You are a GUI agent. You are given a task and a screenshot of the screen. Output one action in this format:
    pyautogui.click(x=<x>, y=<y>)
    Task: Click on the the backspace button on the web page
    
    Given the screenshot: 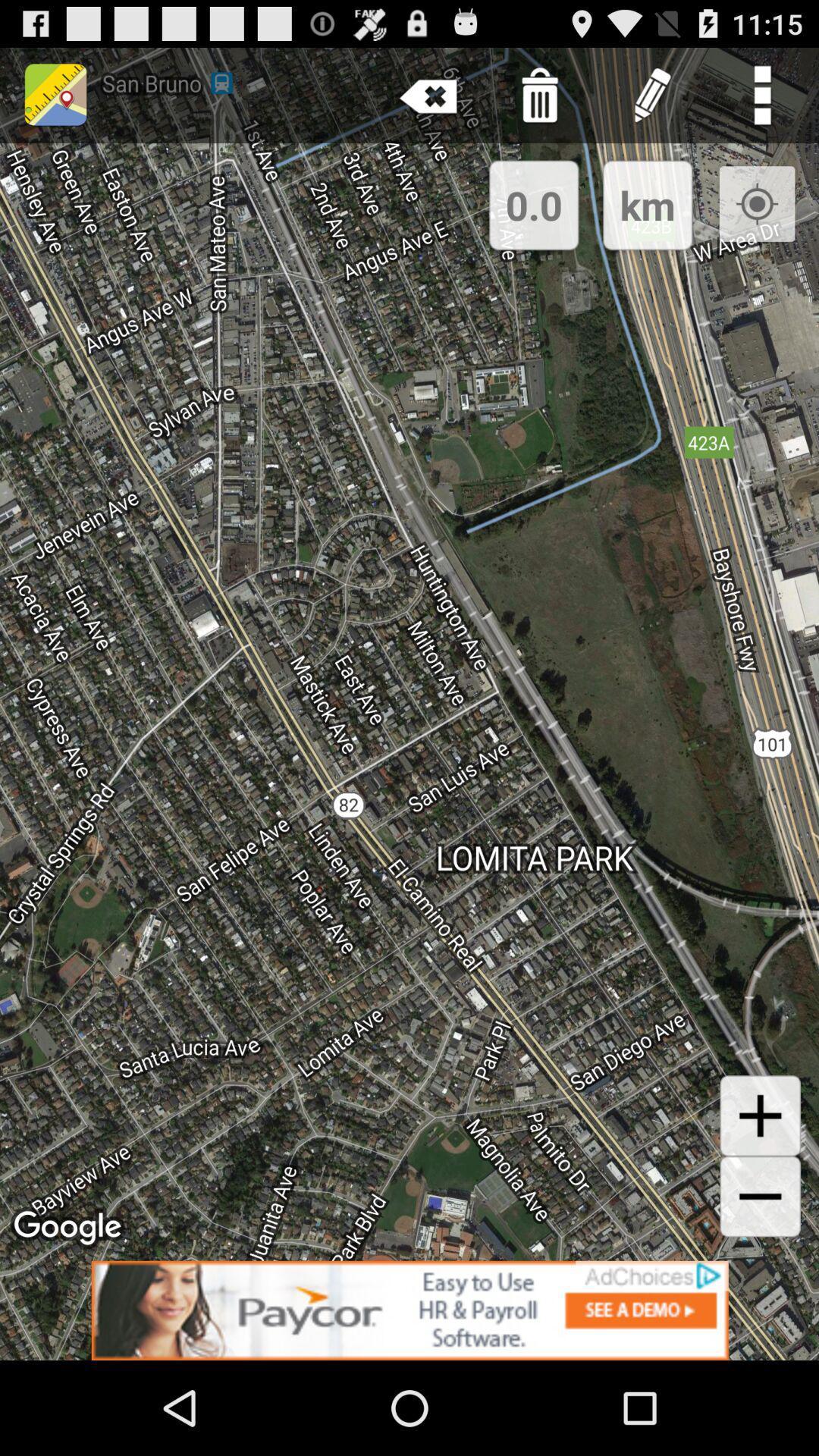 What is the action you would take?
    pyautogui.click(x=428, y=94)
    